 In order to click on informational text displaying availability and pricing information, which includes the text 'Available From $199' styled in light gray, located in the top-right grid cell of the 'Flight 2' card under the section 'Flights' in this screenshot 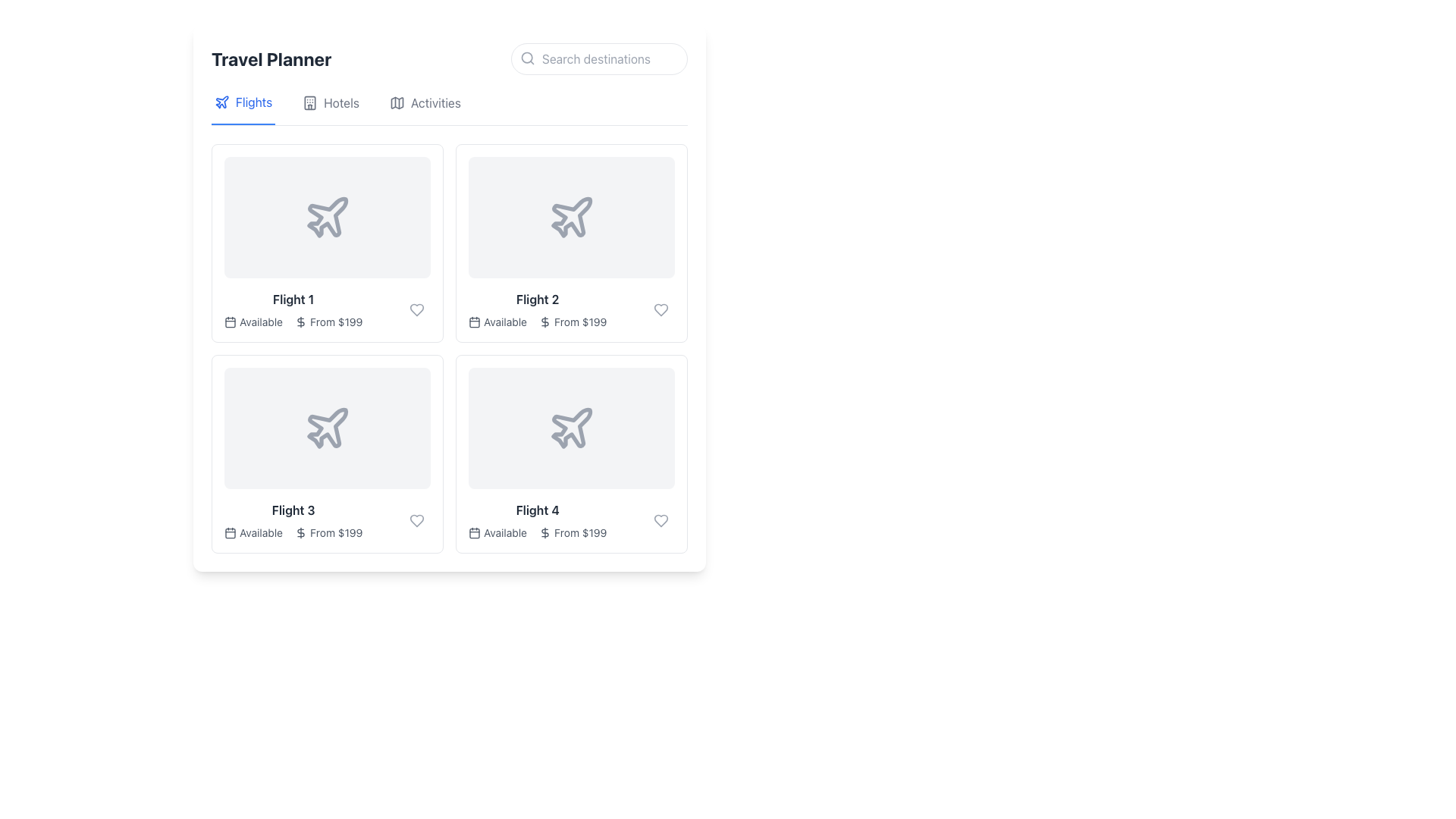, I will do `click(538, 321)`.